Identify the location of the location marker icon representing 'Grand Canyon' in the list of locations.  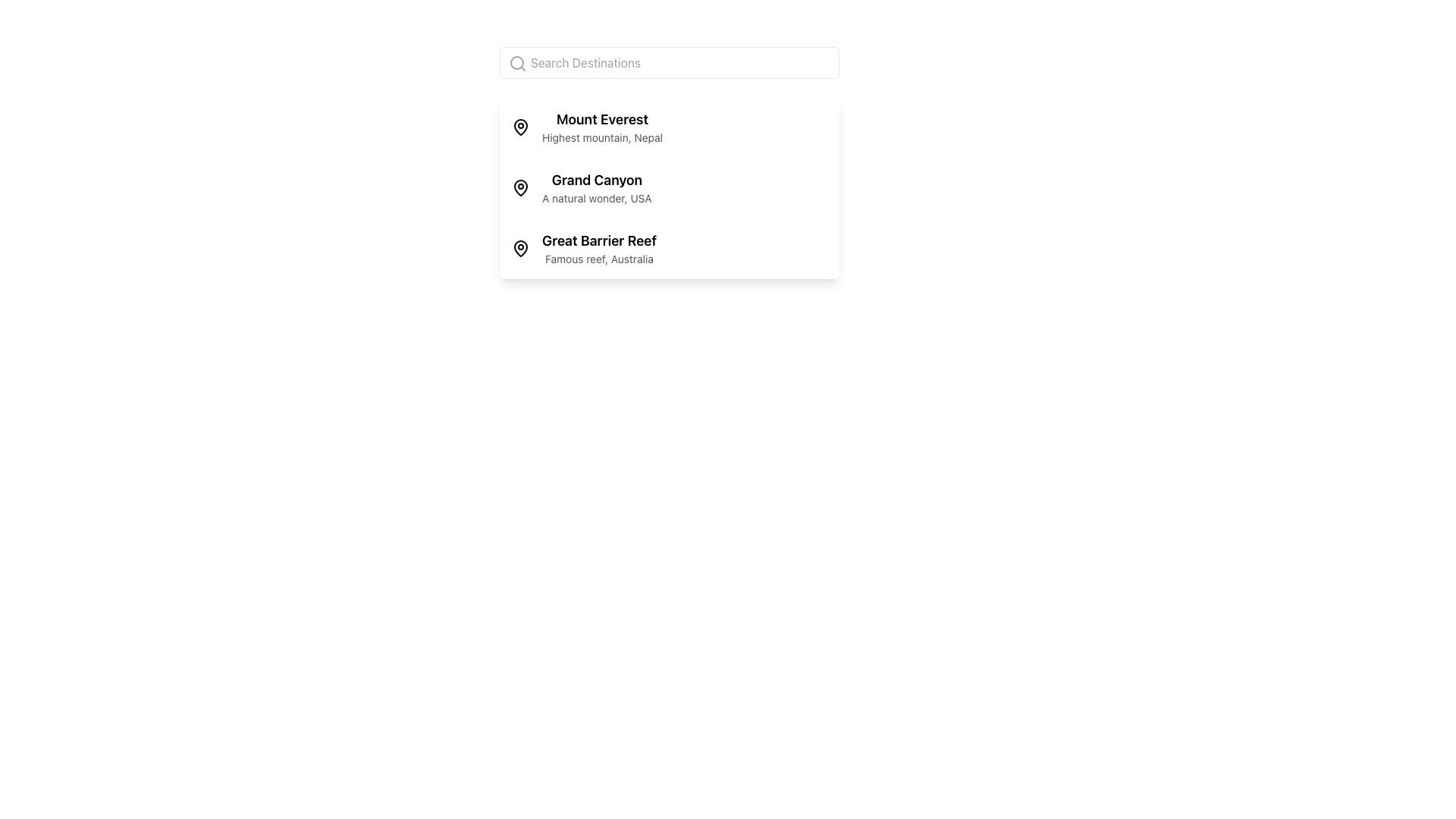
(520, 186).